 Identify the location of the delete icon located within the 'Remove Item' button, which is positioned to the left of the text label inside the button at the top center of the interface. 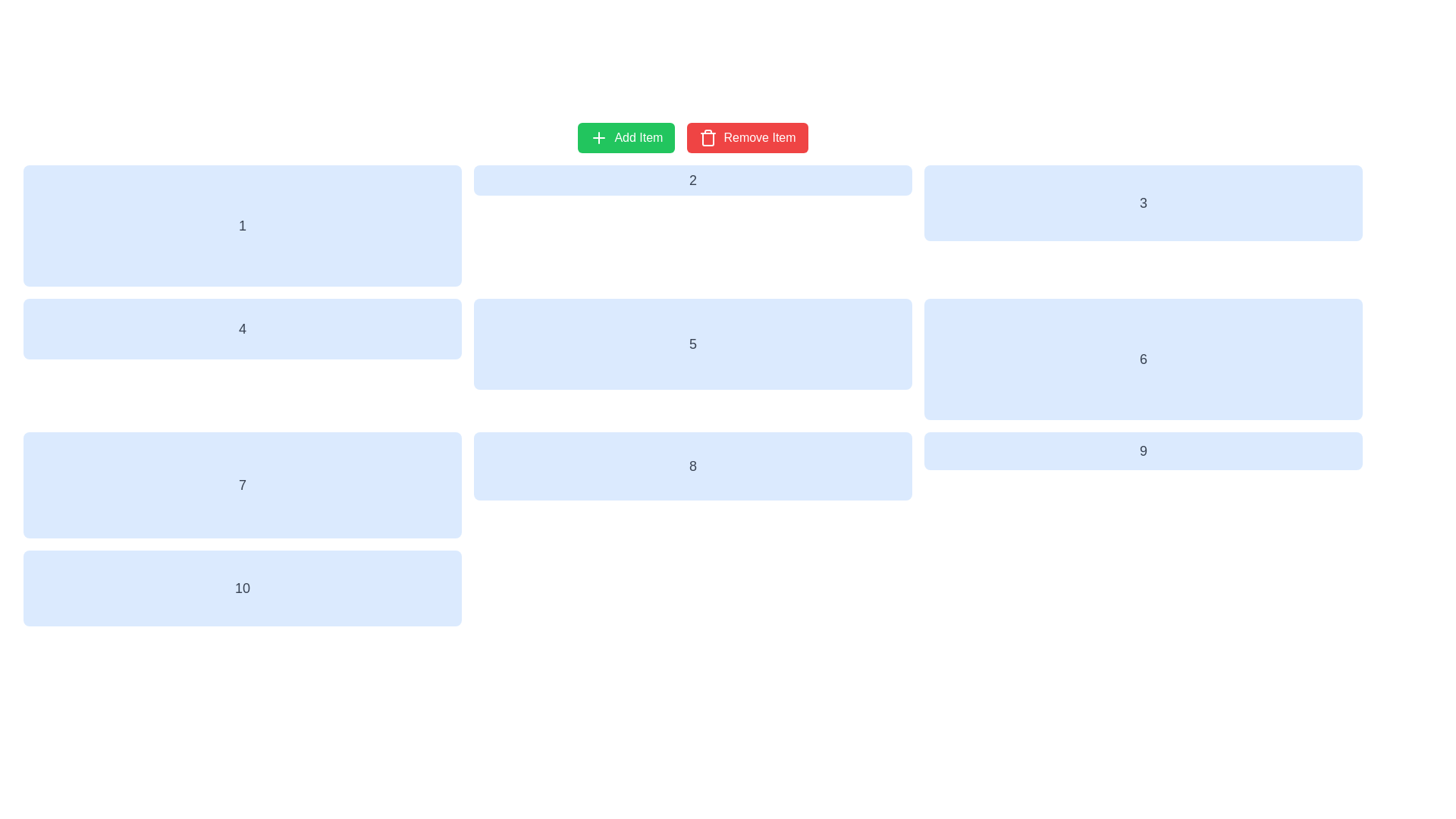
(708, 137).